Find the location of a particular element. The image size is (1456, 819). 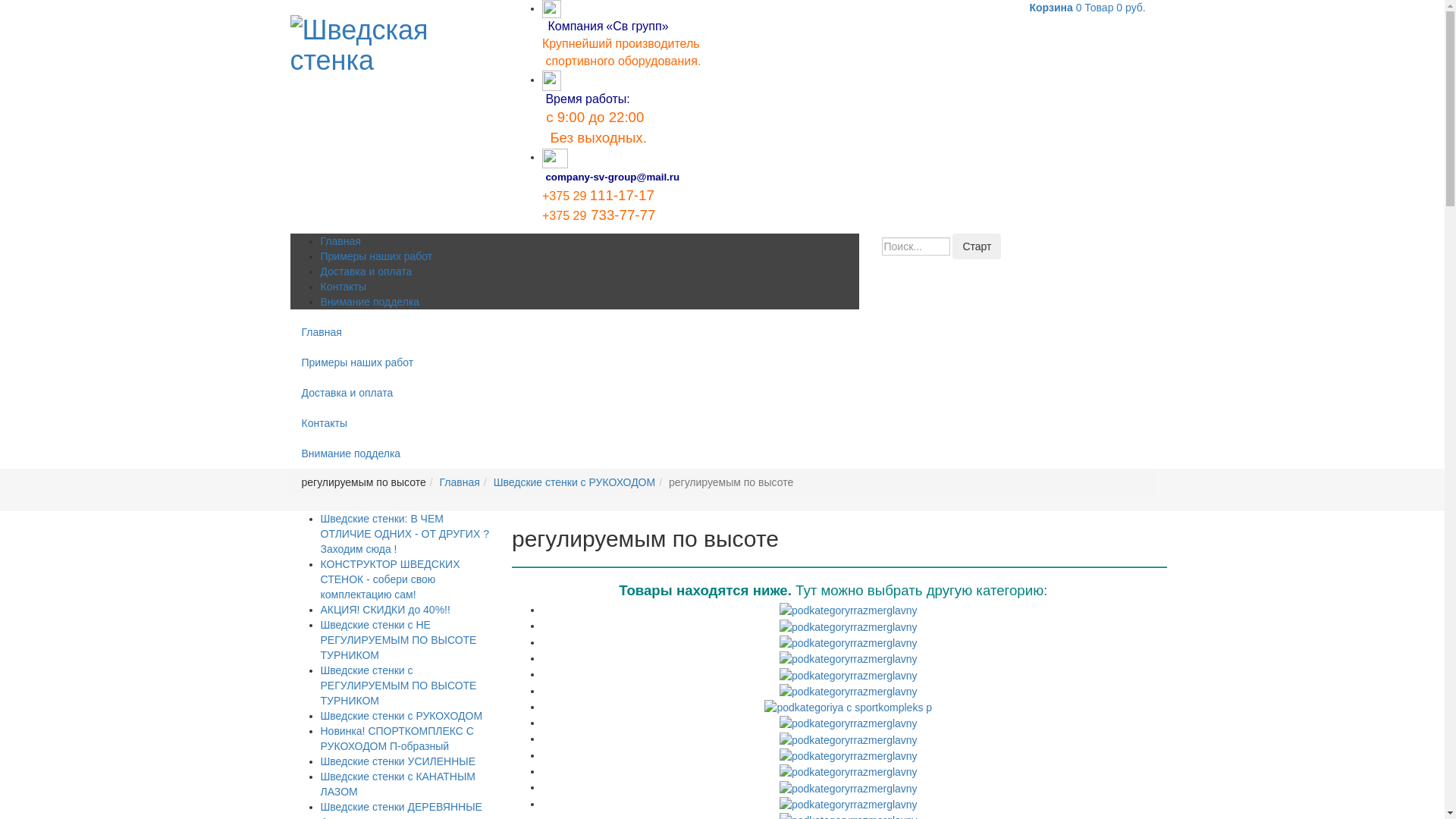

'+375 29 111-17-17' is located at coordinates (597, 196).